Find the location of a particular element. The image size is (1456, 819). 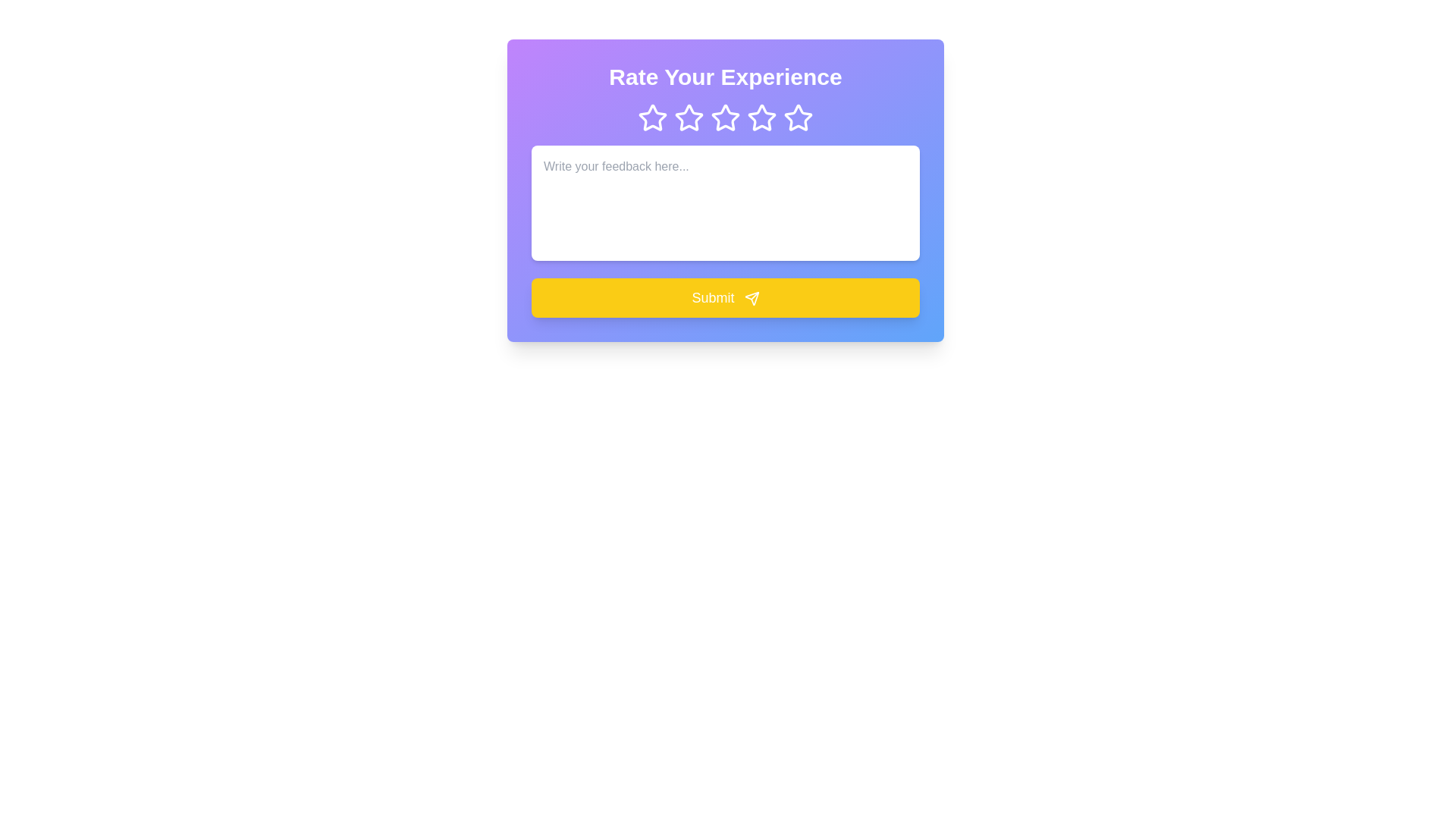

the third star icon in the row of five star icons is located at coordinates (724, 117).